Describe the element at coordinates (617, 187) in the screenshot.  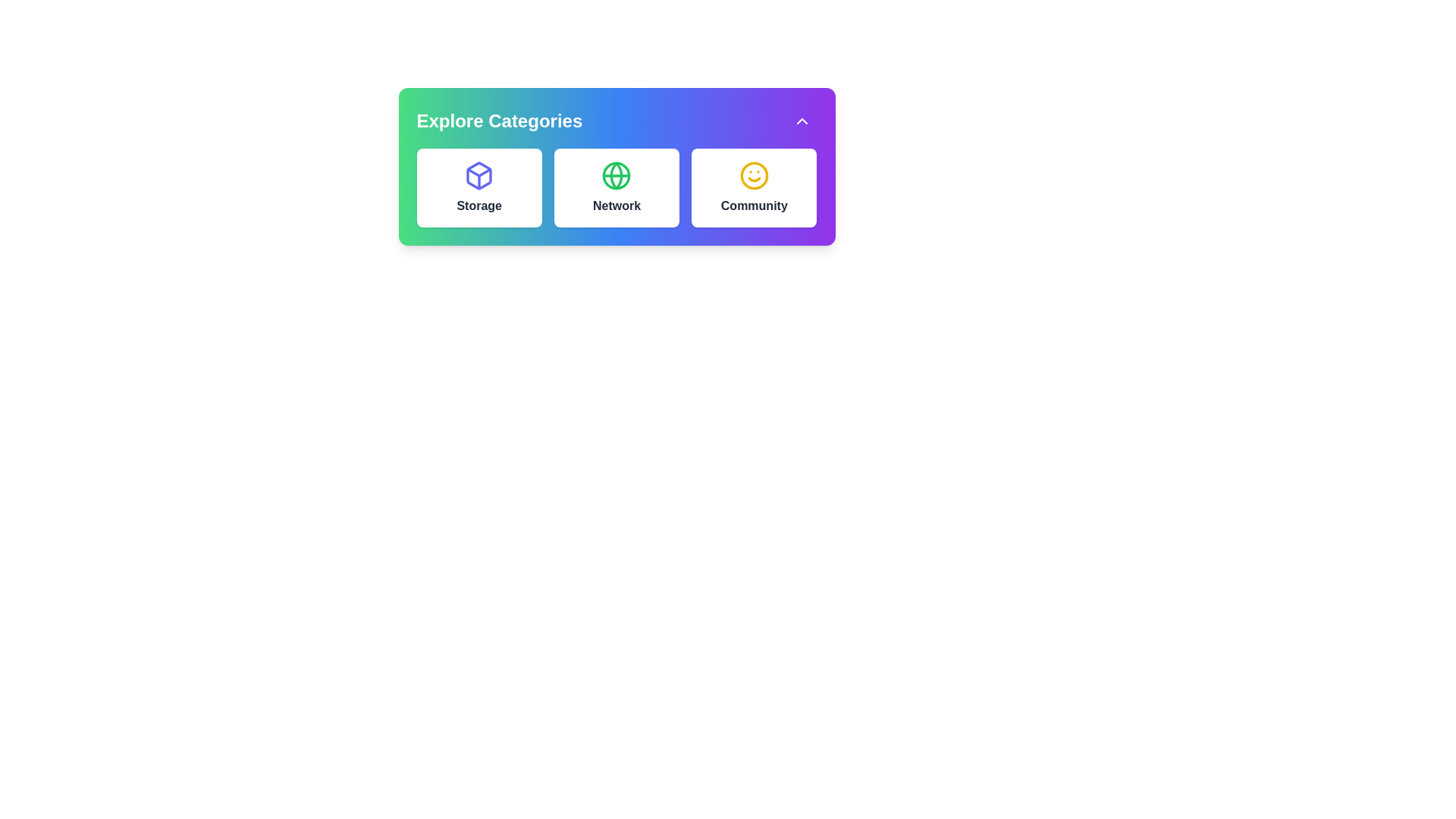
I see `the 'Network' card element, which is styled with a white background, rounded corners, and a shadow effect, located in the 'Explore Categories' section` at that location.